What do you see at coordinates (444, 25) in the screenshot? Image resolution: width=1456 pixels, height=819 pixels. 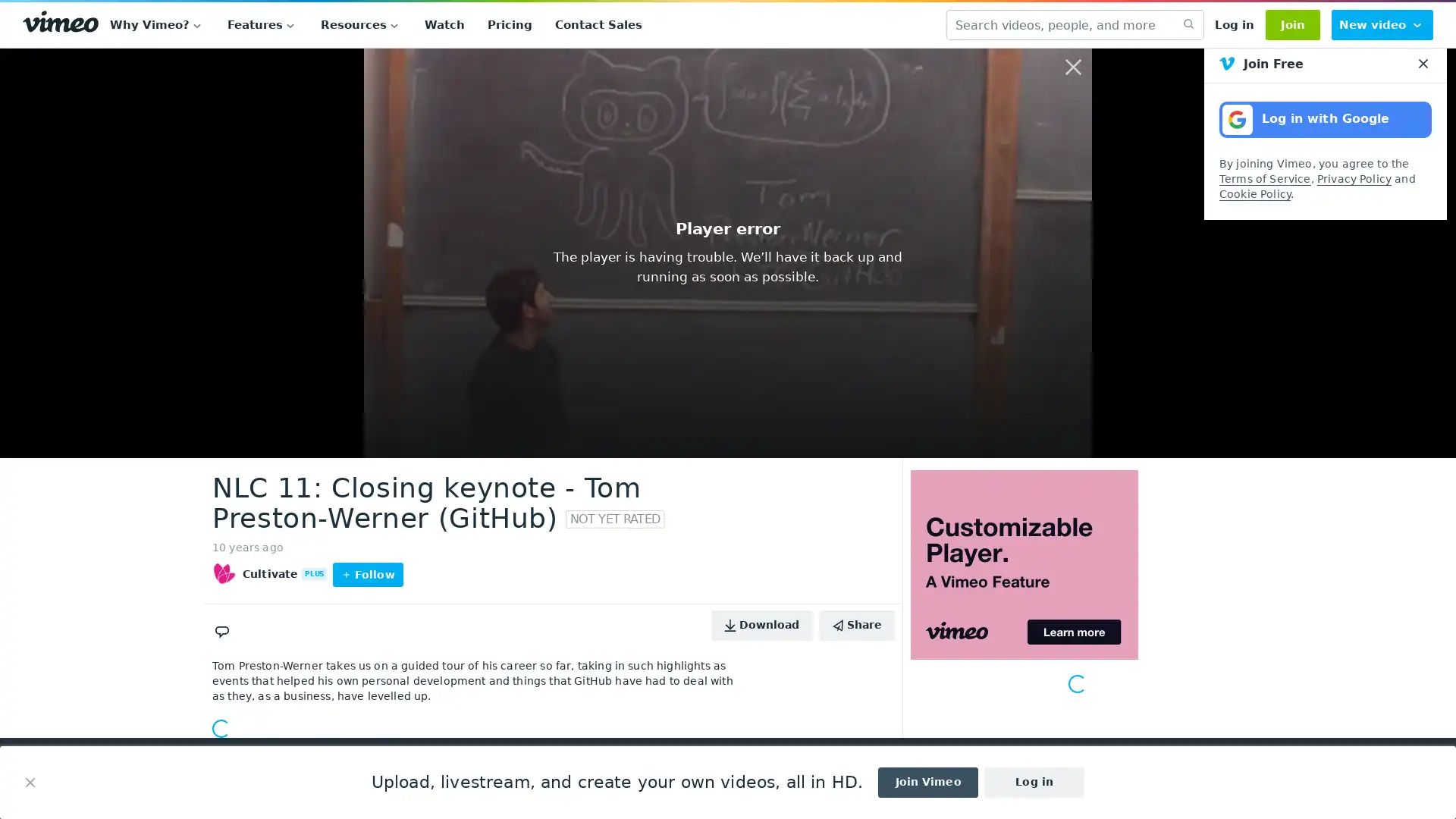 I see `Watch` at bounding box center [444, 25].